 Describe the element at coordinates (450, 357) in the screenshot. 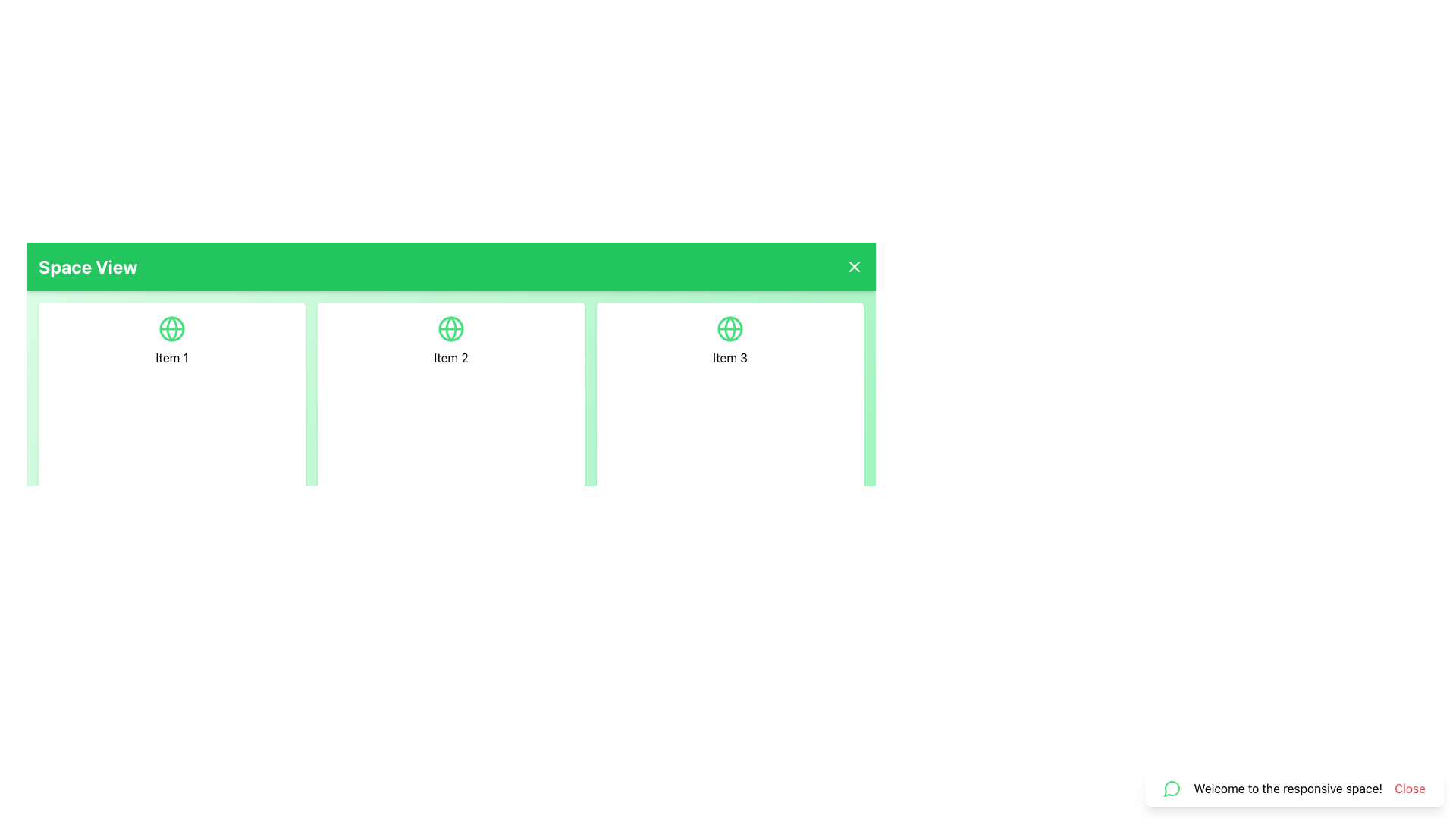

I see `text label that displays 'Item 2', located below the globe icon in a horizontal arrangement of three items` at that location.